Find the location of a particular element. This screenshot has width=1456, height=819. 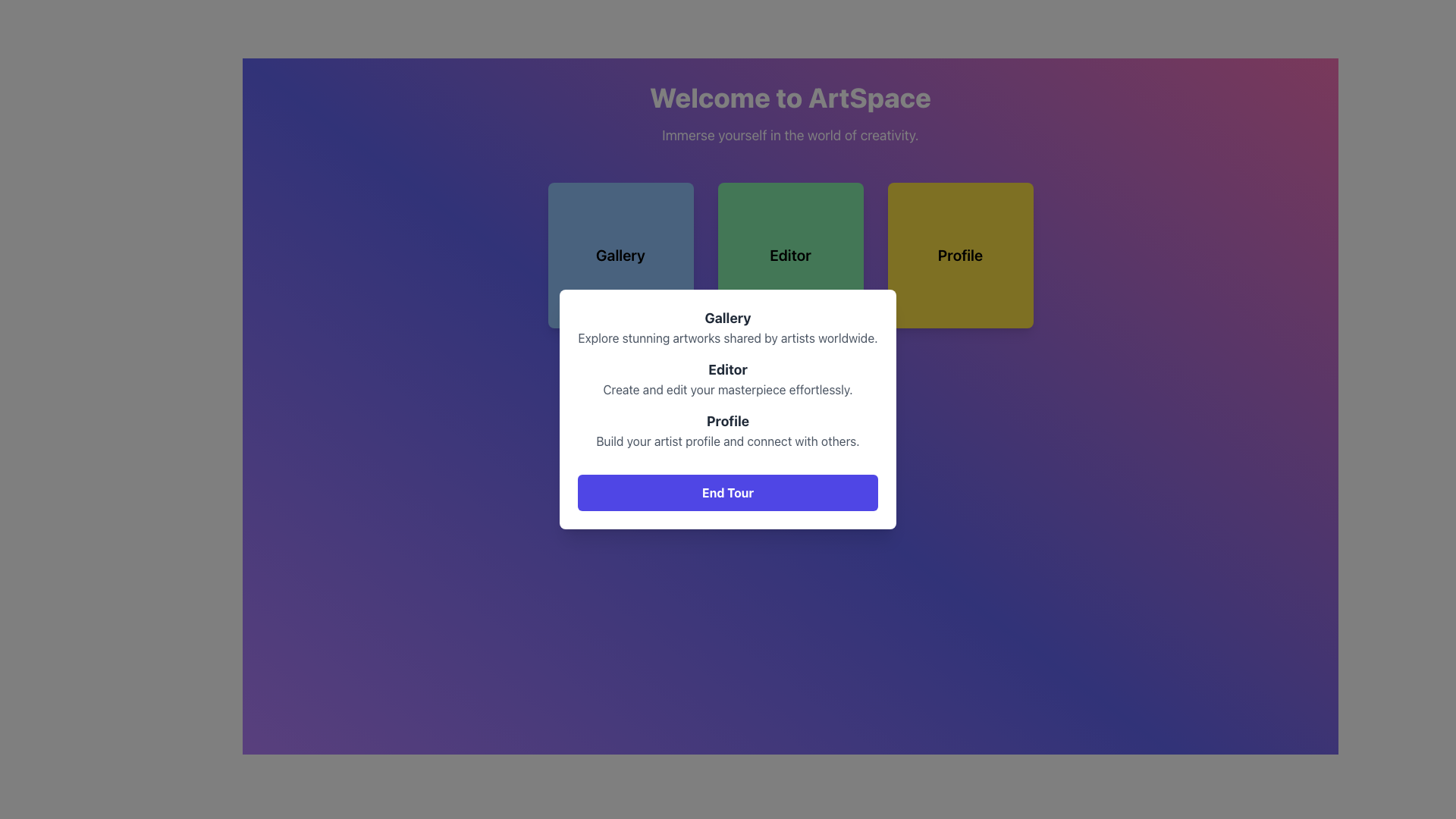

information provided in the 'Editor' text block, which is the second section in the vertical layout, containing a bold title and a lighter gray description is located at coordinates (728, 378).